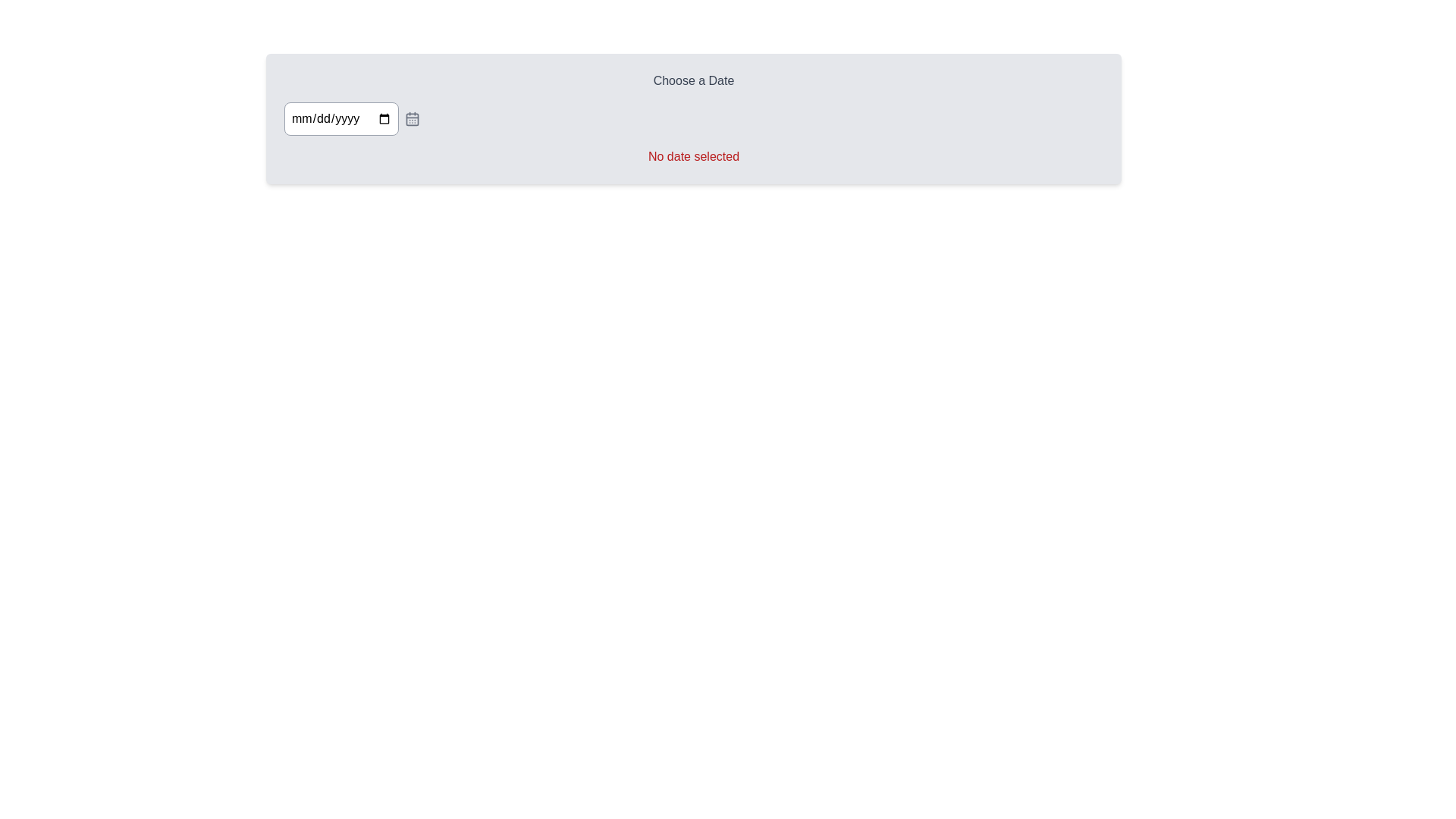  Describe the element at coordinates (693, 157) in the screenshot. I see `the text label displaying 'No date selected', which is styled in red and indicates an error or warning status, located below the date input field and the calendar icon, and horizontally centered within the light gray box labeled 'Choose a Date'` at that location.